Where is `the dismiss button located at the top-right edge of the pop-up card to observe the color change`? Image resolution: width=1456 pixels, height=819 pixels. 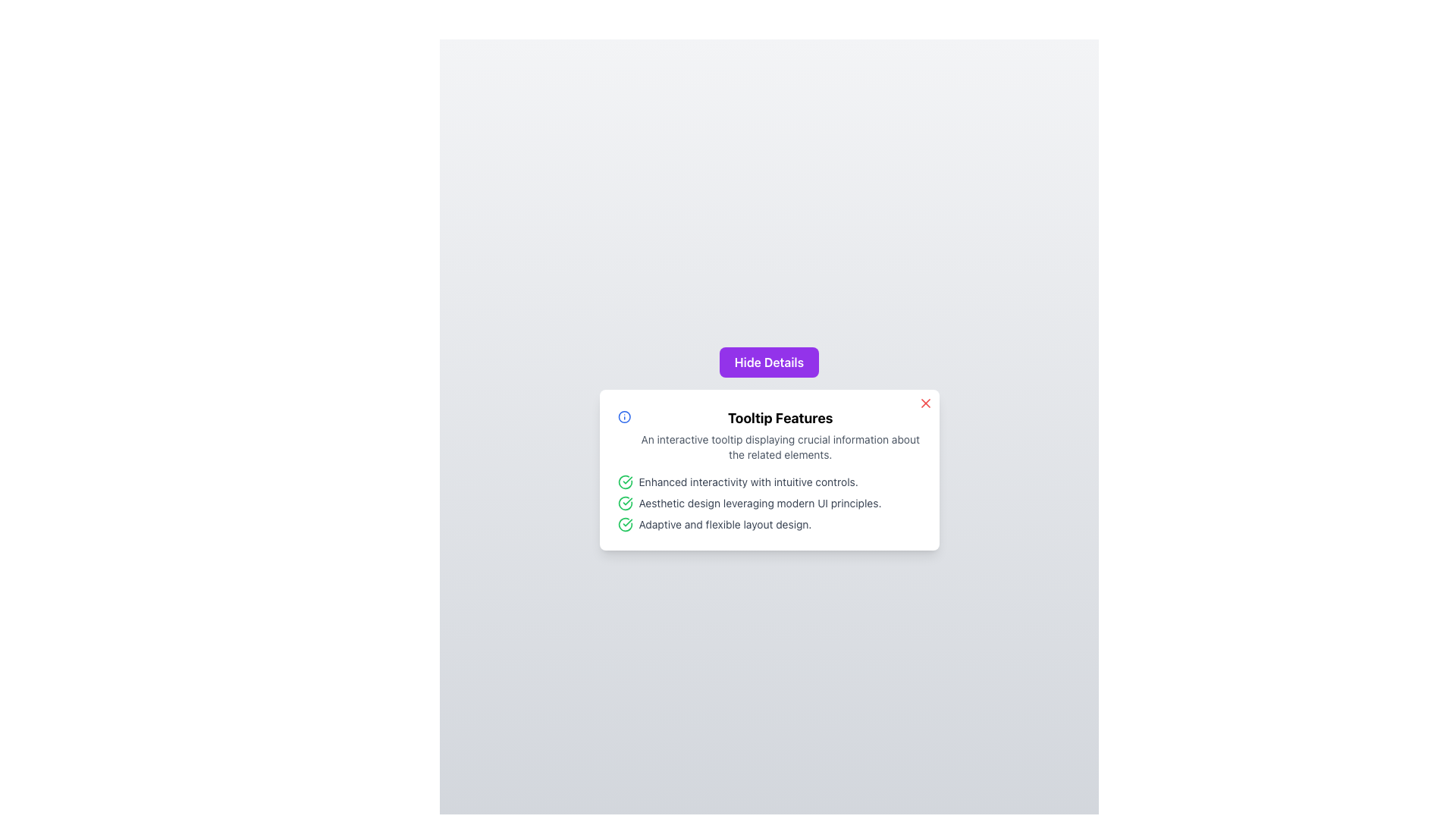 the dismiss button located at the top-right edge of the pop-up card to observe the color change is located at coordinates (924, 403).